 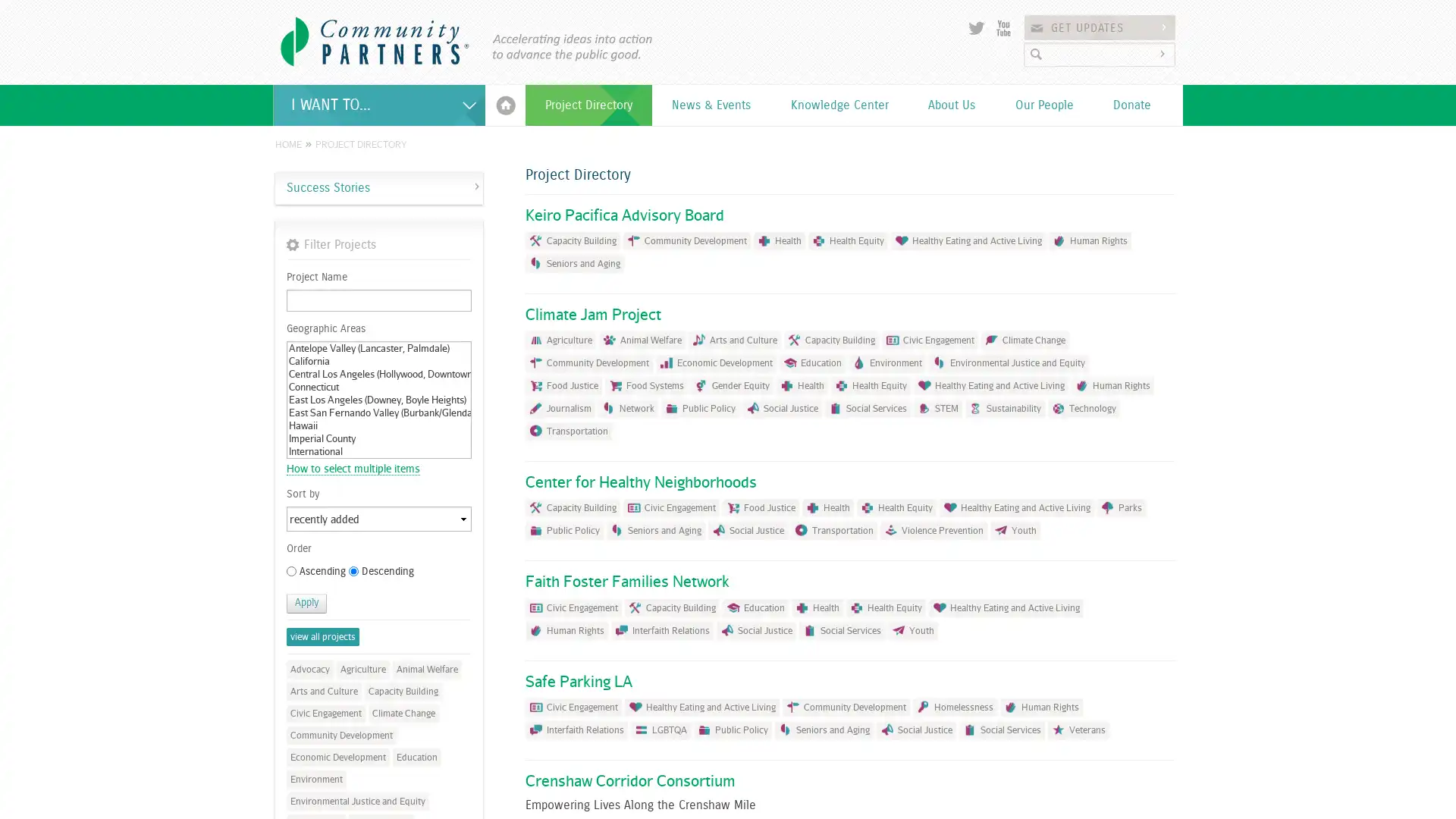 What do you see at coordinates (1164, 53) in the screenshot?
I see `Search` at bounding box center [1164, 53].